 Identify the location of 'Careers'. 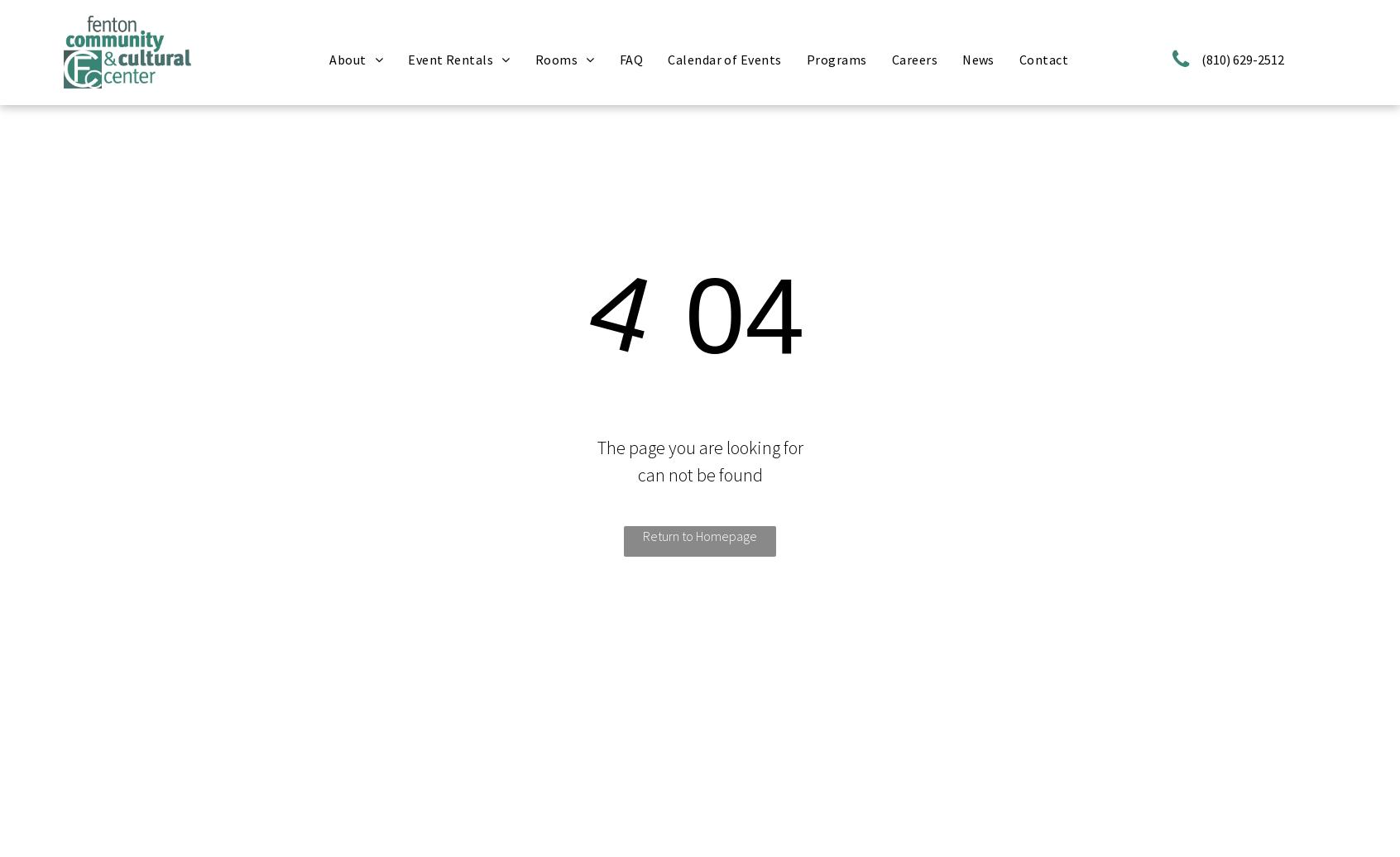
(890, 58).